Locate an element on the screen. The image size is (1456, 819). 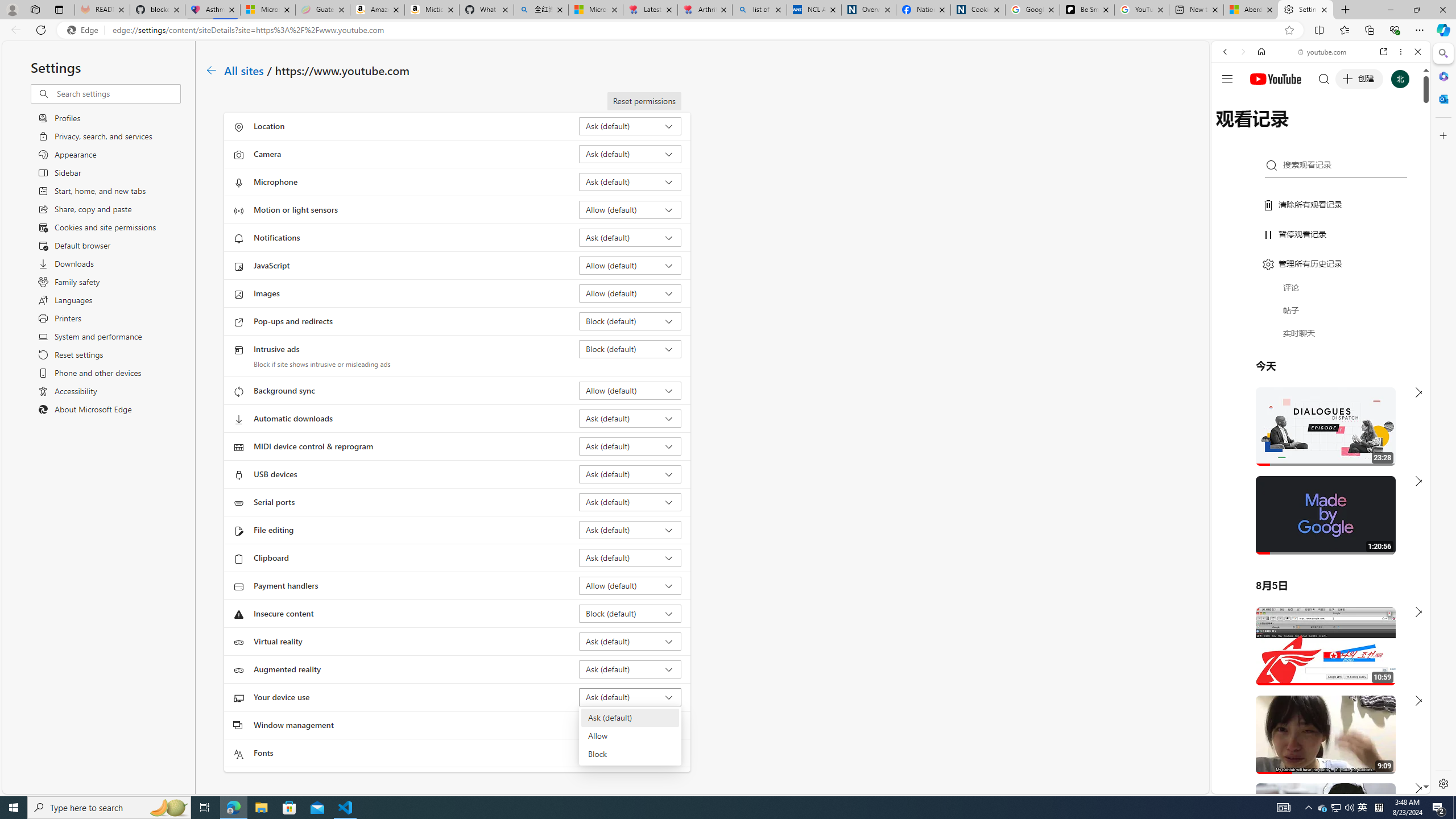
'Microphone Ask (default)' is located at coordinates (630, 181).